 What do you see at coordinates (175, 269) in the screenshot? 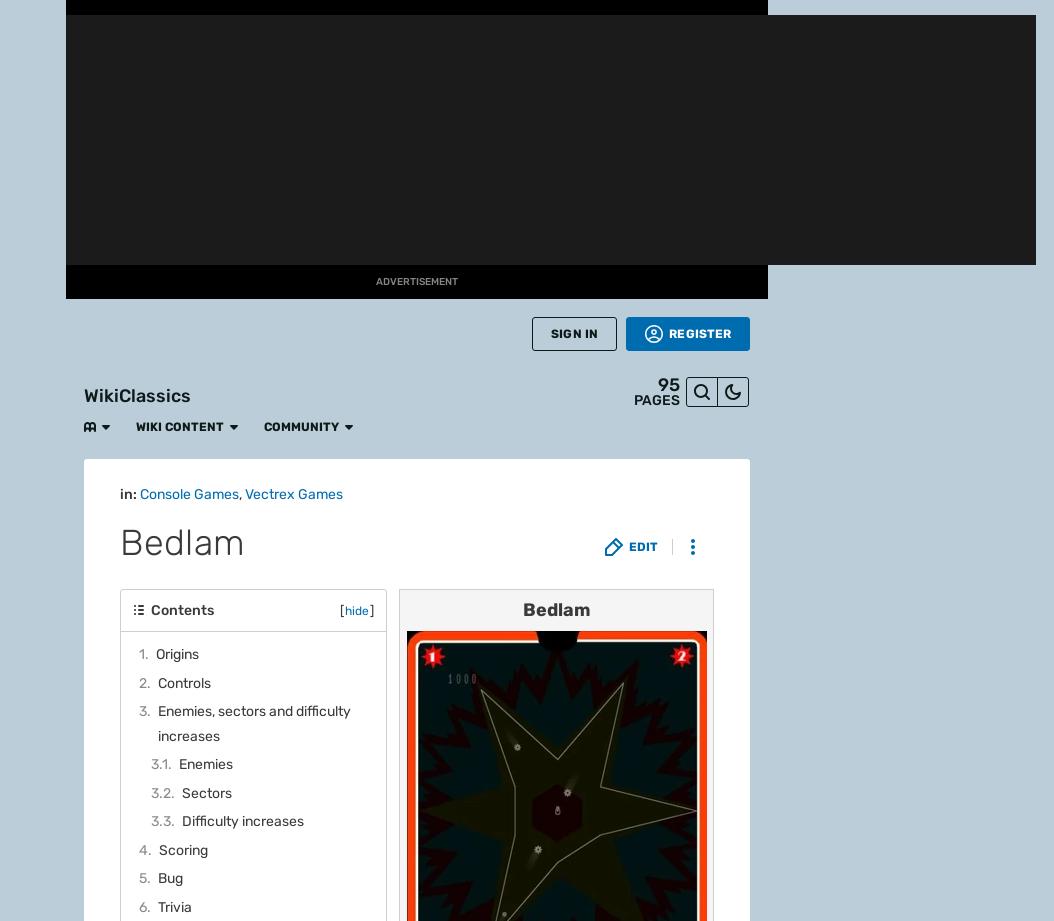
I see `'Popular Pages'` at bounding box center [175, 269].